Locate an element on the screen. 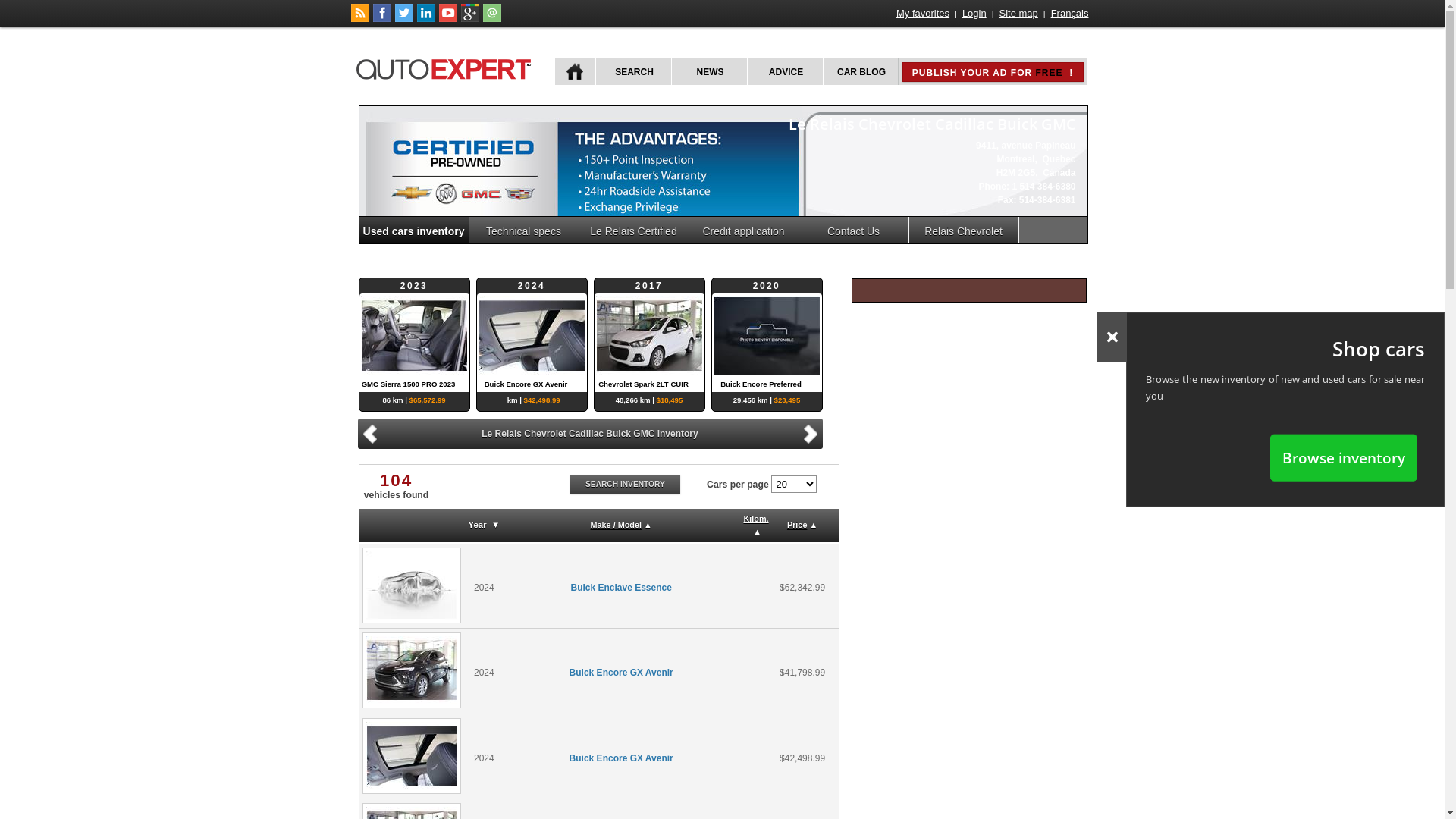 Image resolution: width=1456 pixels, height=819 pixels. 'Follow autoExpert.ca on Twitter' is located at coordinates (394, 18).